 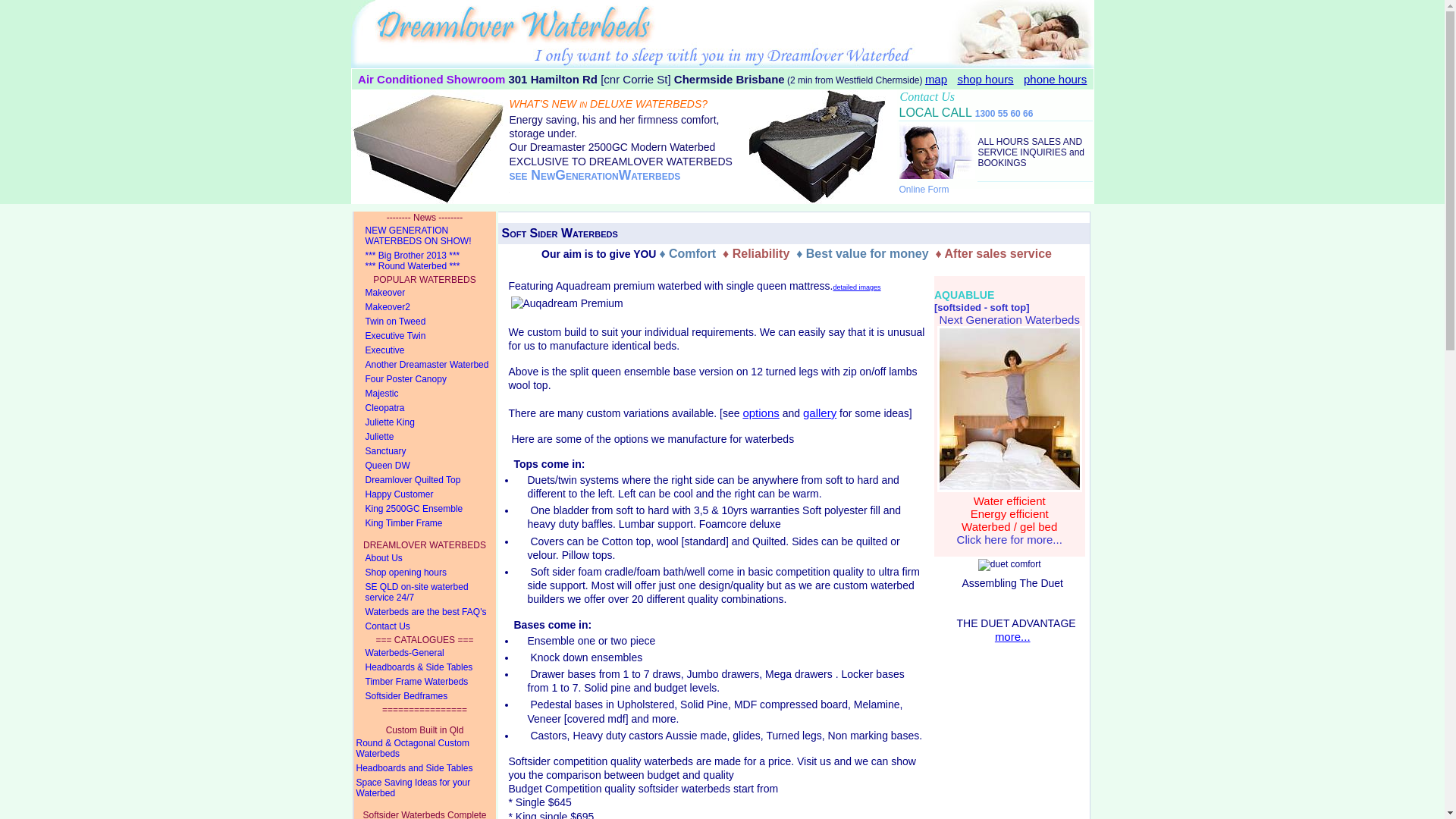 I want to click on 'Juliette', so click(x=424, y=437).